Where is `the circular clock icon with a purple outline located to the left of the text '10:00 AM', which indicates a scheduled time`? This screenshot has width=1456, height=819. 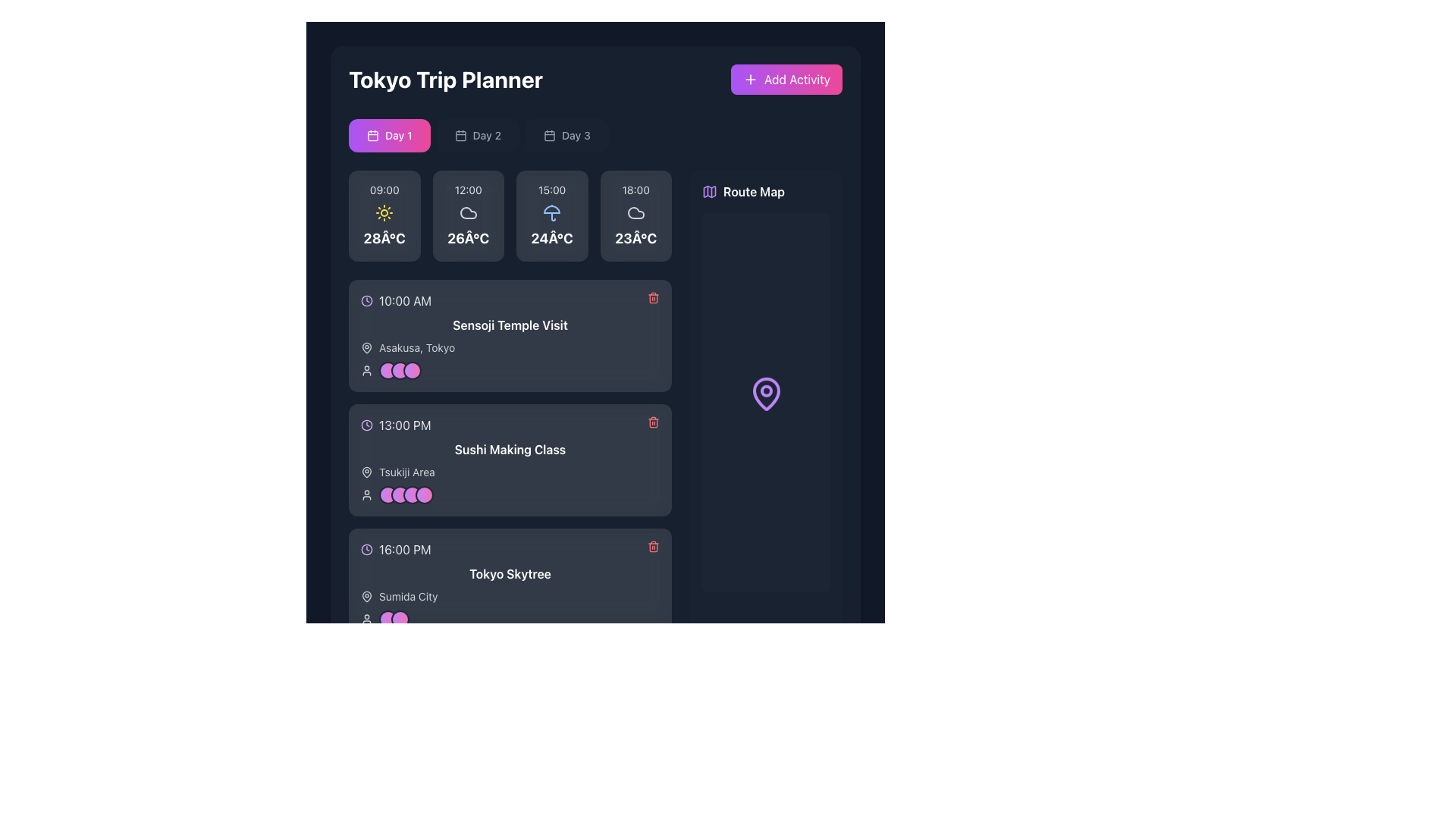
the circular clock icon with a purple outline located to the left of the text '10:00 AM', which indicates a scheduled time is located at coordinates (367, 301).